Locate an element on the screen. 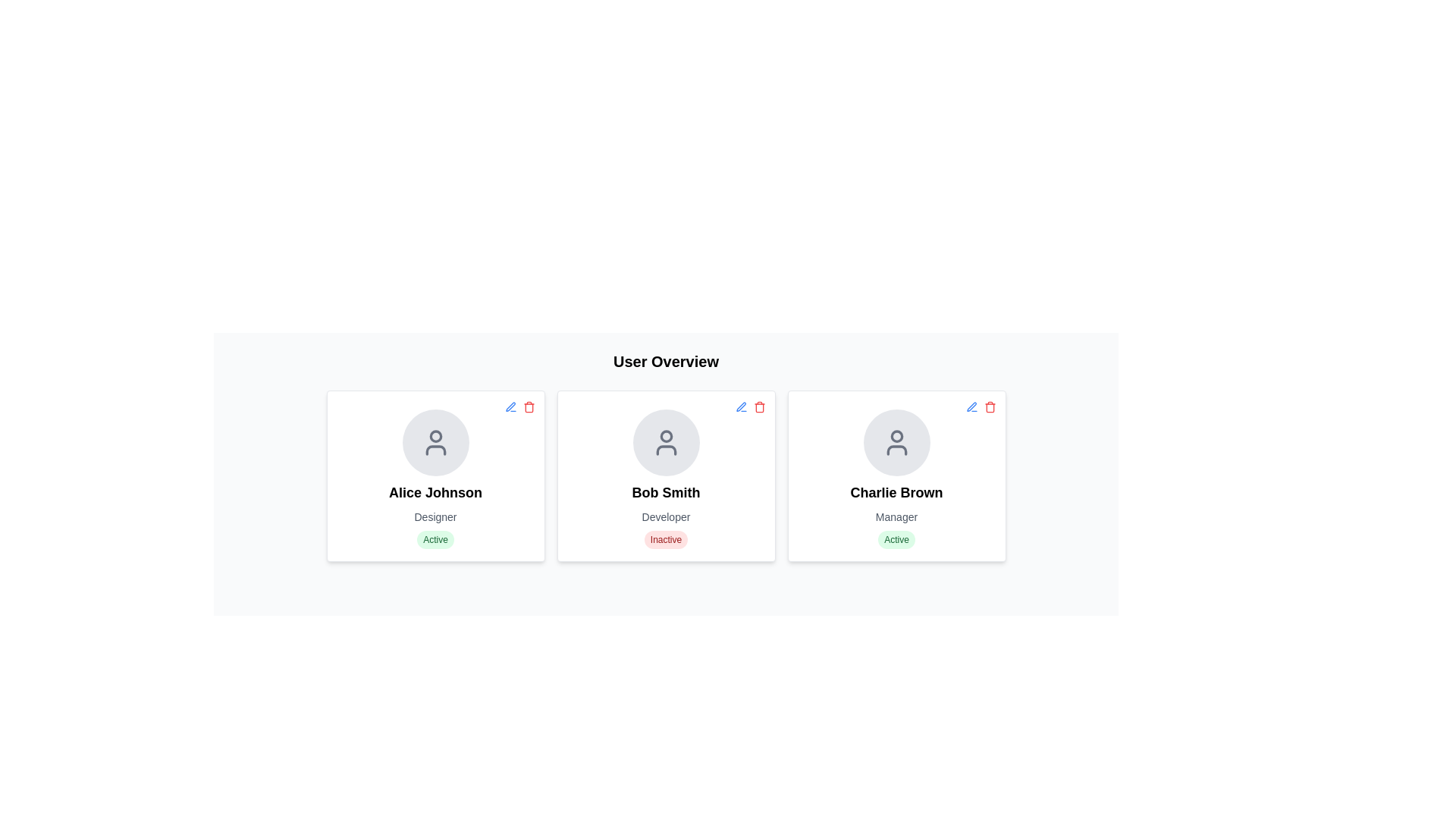 This screenshot has height=819, width=1456. the informational card representing user Bob Smith, which is the second card in a horizontal grid of user profiles is located at coordinates (666, 475).